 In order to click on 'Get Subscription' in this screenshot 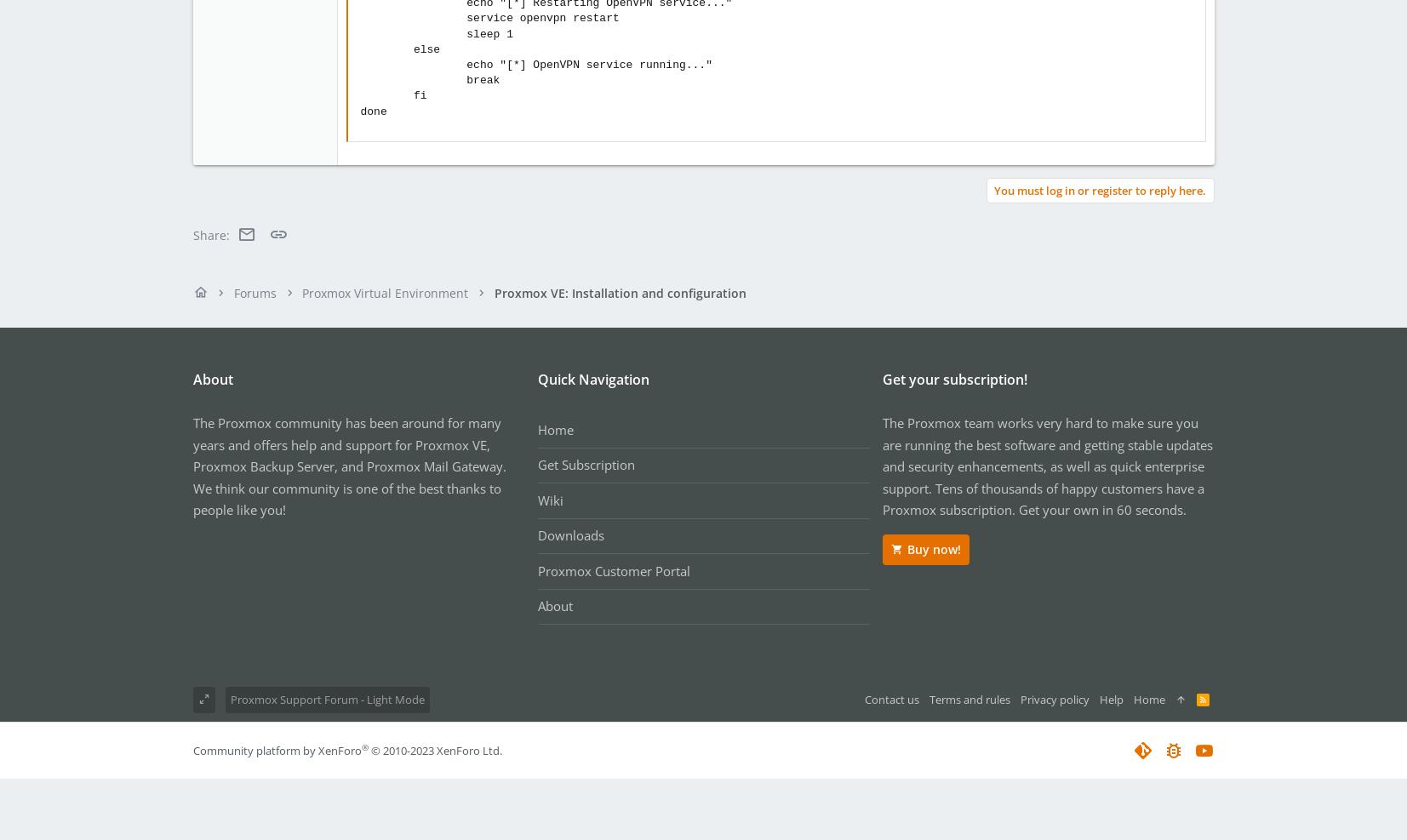, I will do `click(535, 465)`.